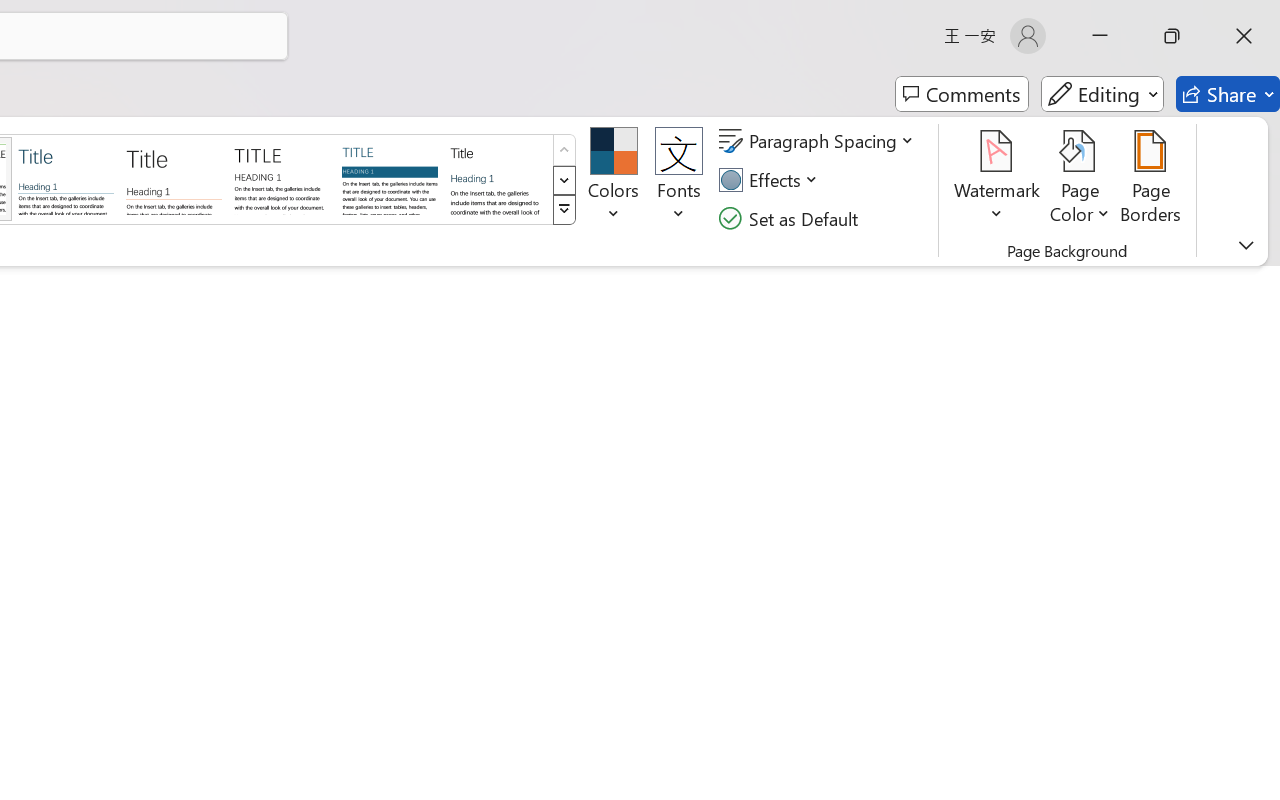  I want to click on 'Row up', so click(563, 150).